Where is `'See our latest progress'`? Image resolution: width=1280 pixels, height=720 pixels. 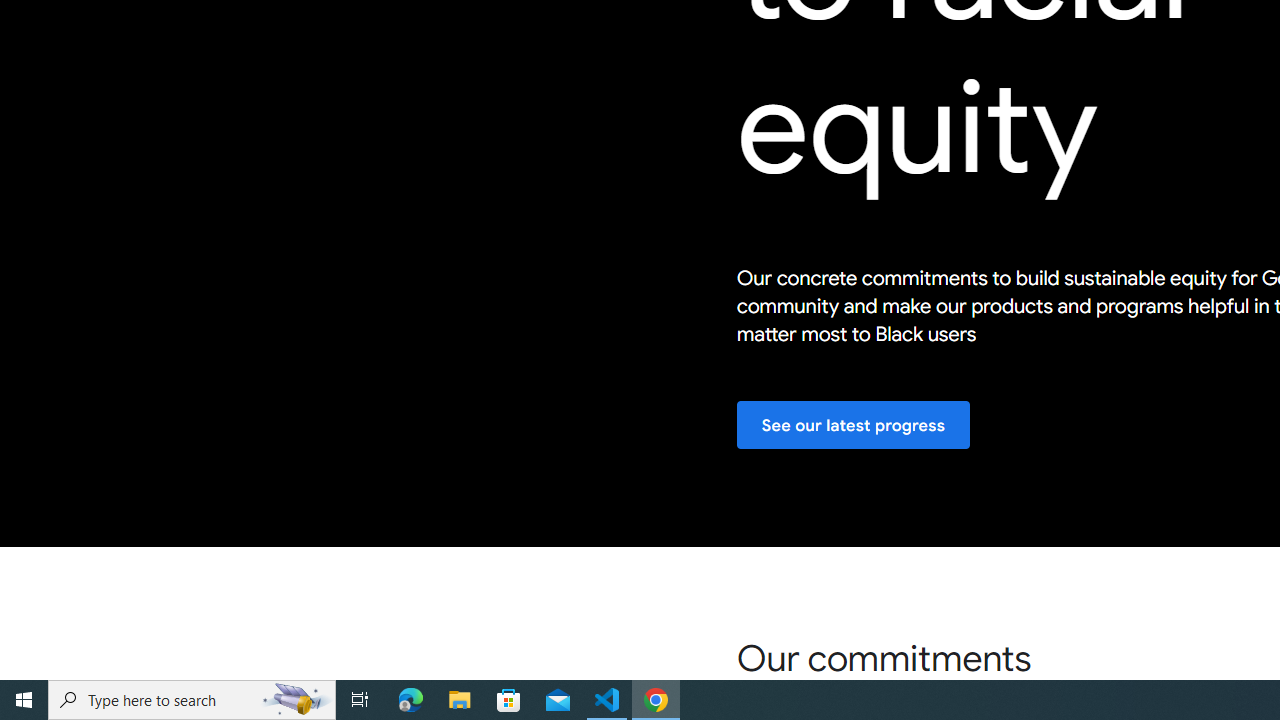
'See our latest progress' is located at coordinates (853, 424).